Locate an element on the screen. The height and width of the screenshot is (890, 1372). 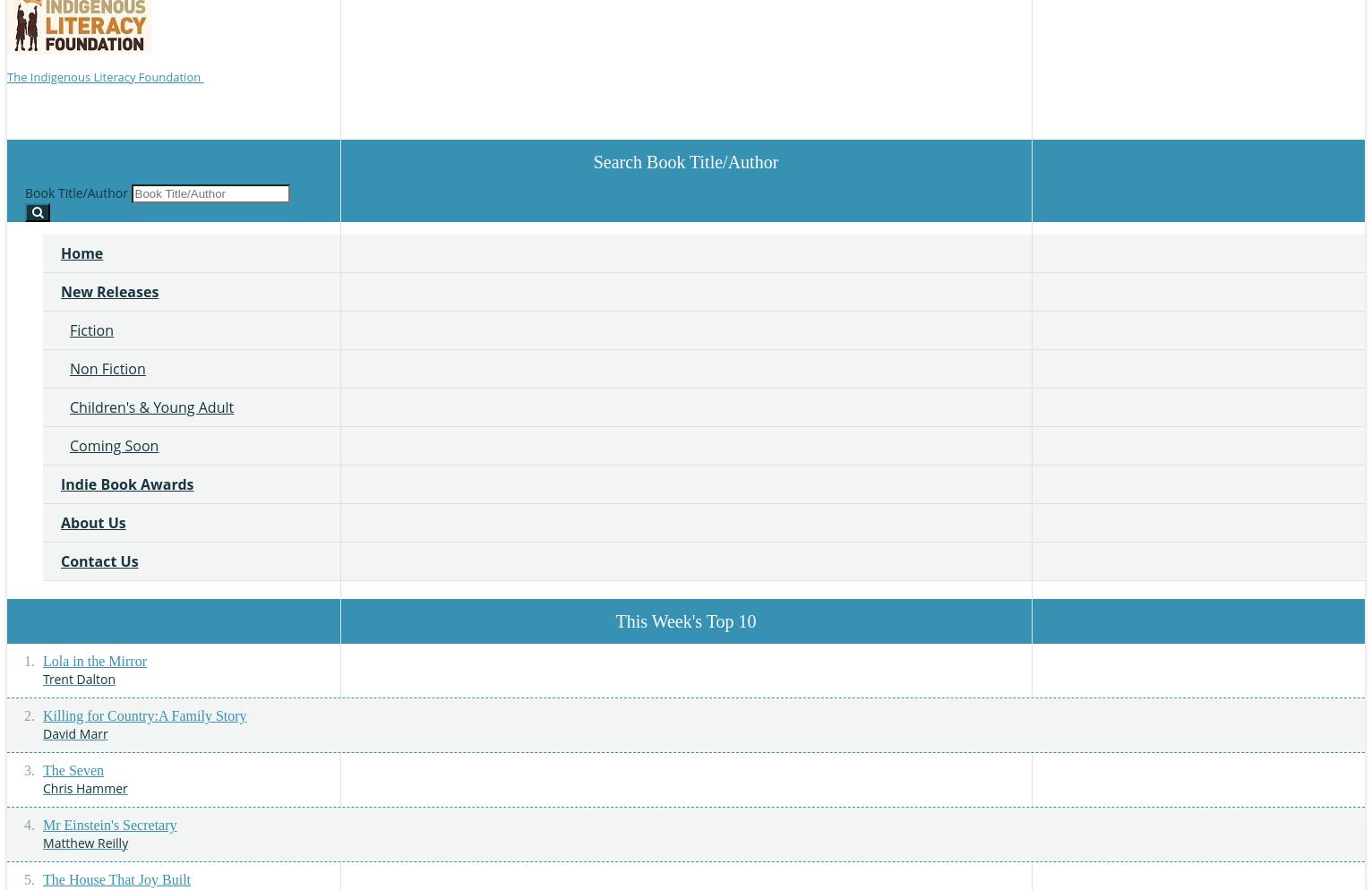
'Chris Hammer' is located at coordinates (84, 787).